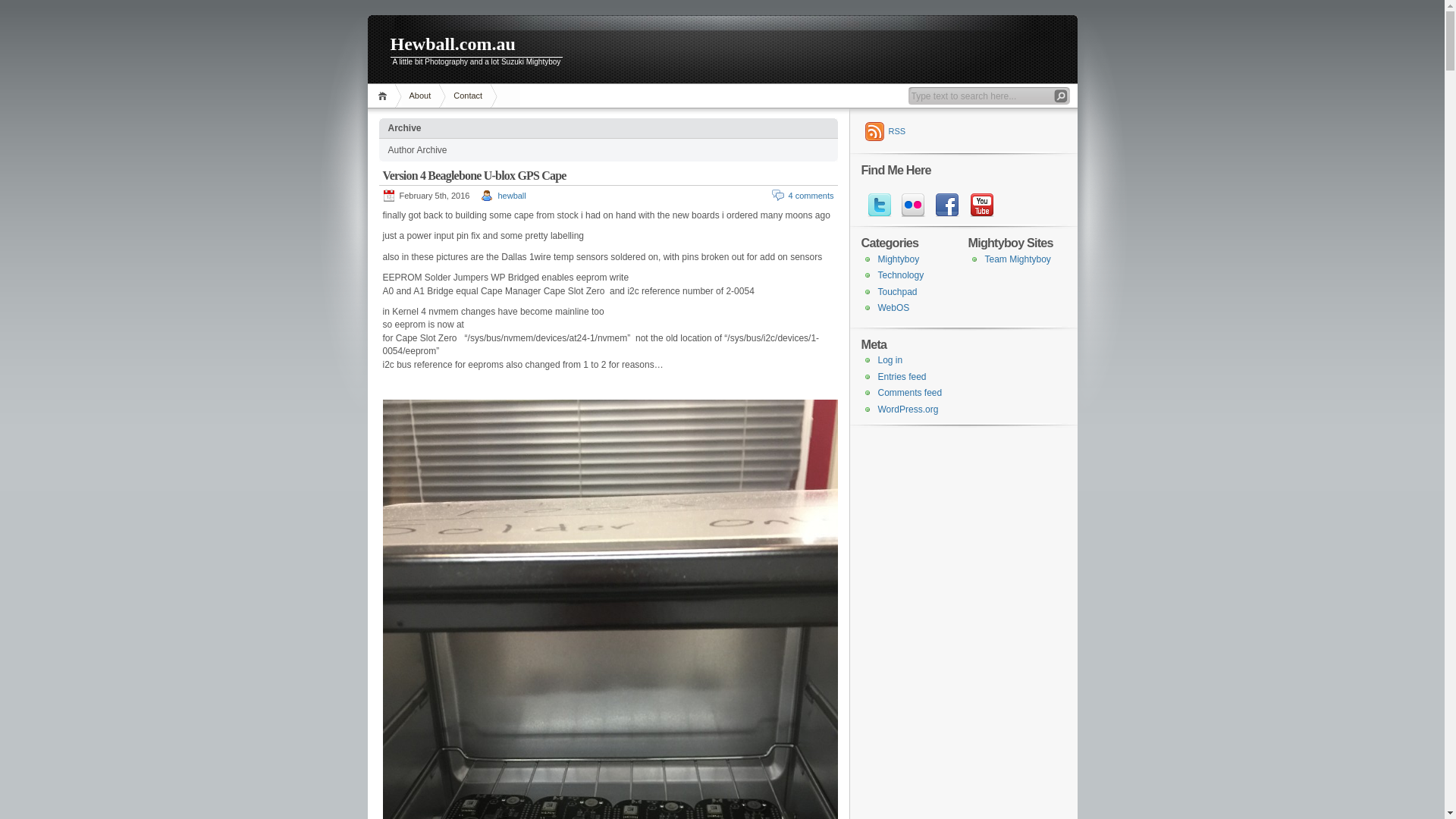  What do you see at coordinates (911, 205) in the screenshot?
I see `'flickr'` at bounding box center [911, 205].